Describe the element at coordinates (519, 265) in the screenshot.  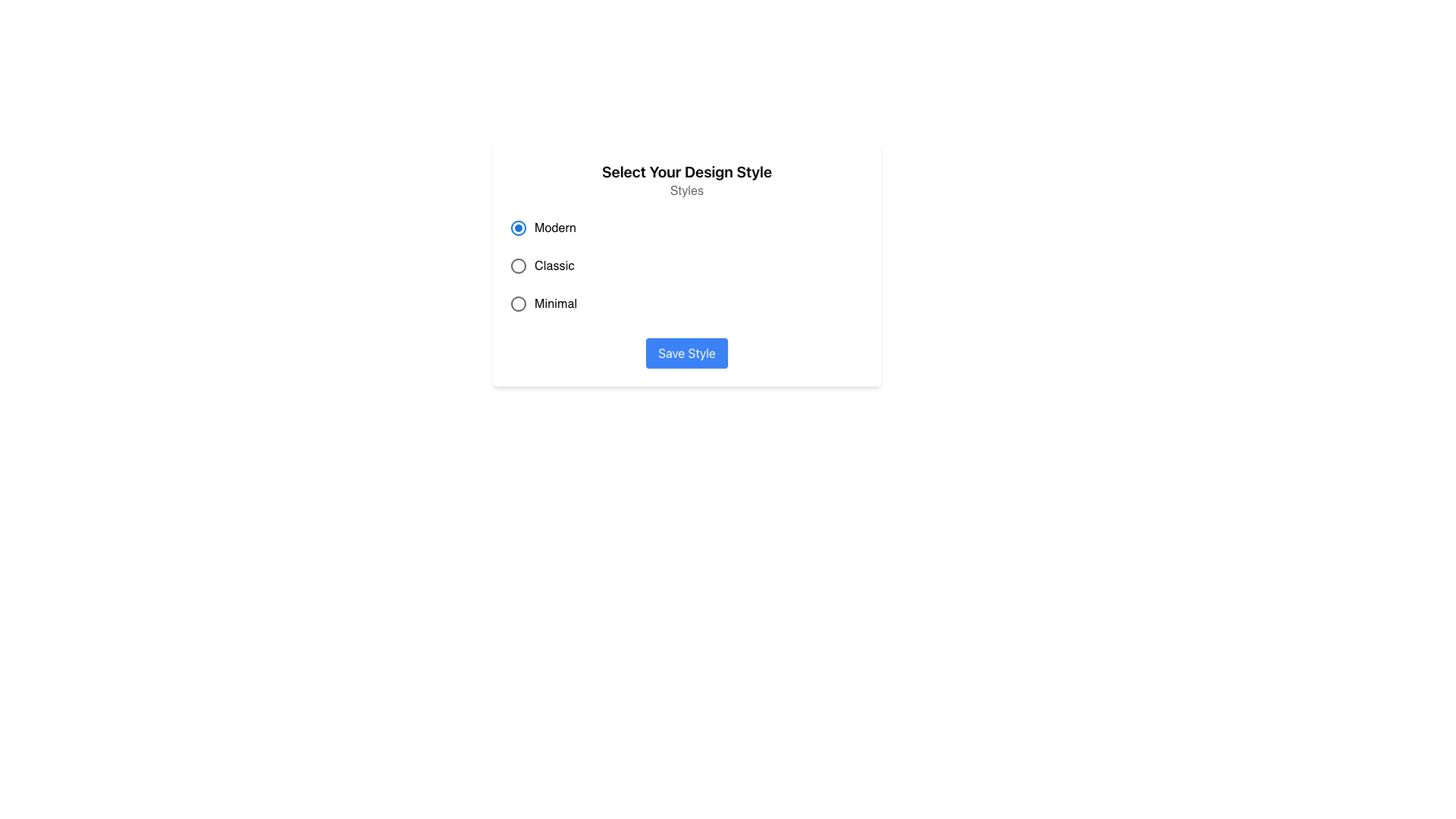
I see `the 'Classic' style radio button` at that location.